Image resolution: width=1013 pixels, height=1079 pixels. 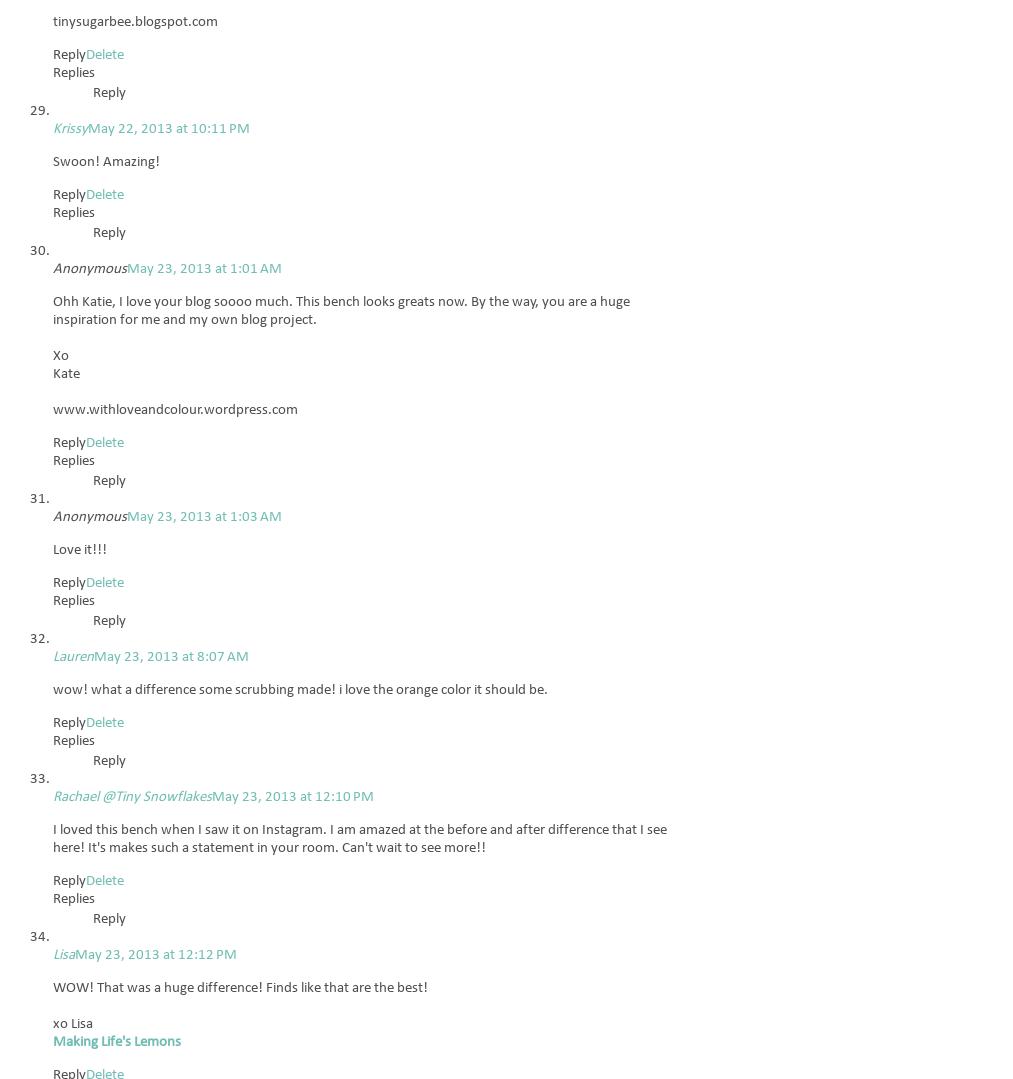 I want to click on 'Kate', so click(x=65, y=374).